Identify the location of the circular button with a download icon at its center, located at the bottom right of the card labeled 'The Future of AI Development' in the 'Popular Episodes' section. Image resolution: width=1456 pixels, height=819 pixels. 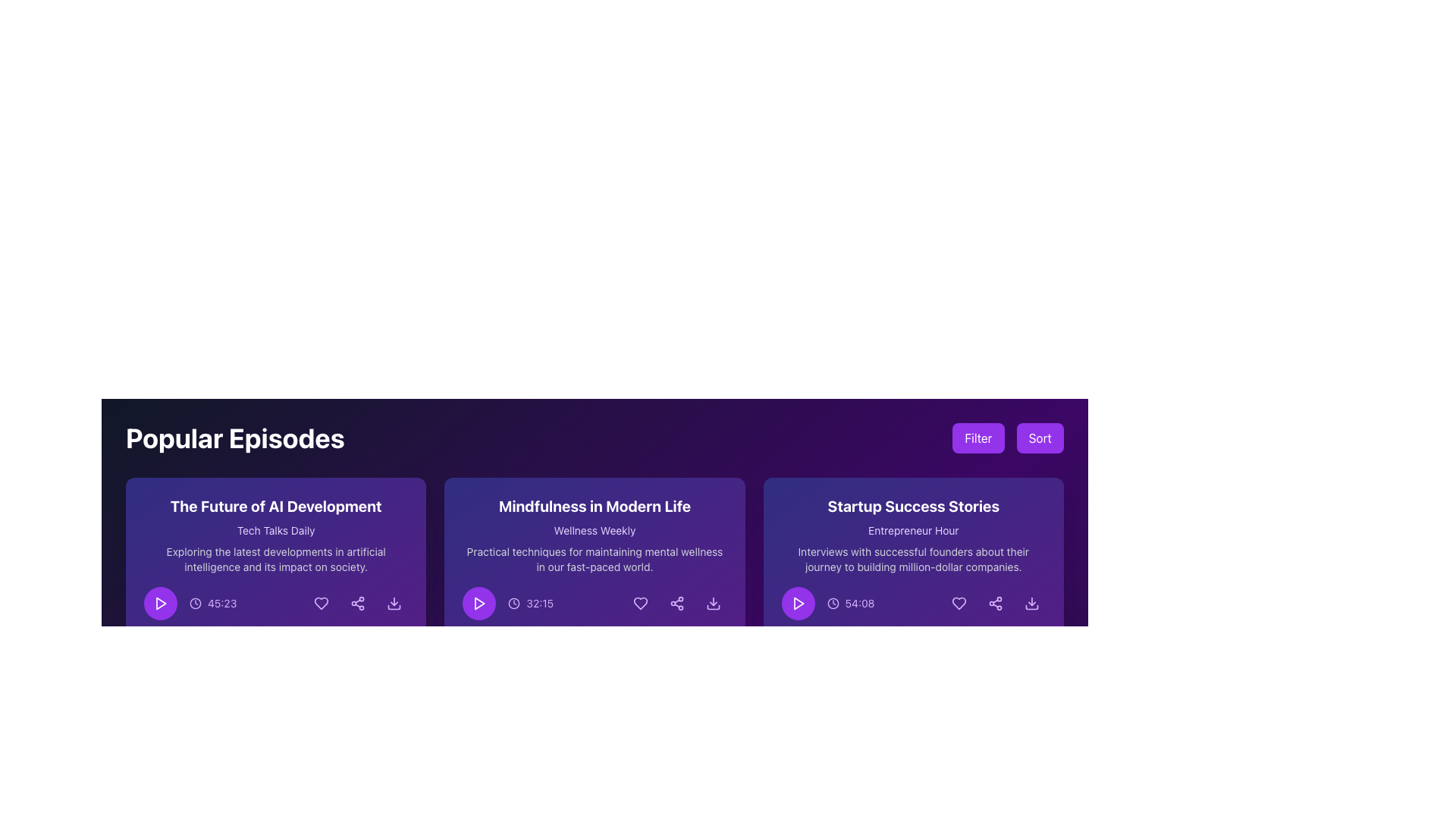
(394, 602).